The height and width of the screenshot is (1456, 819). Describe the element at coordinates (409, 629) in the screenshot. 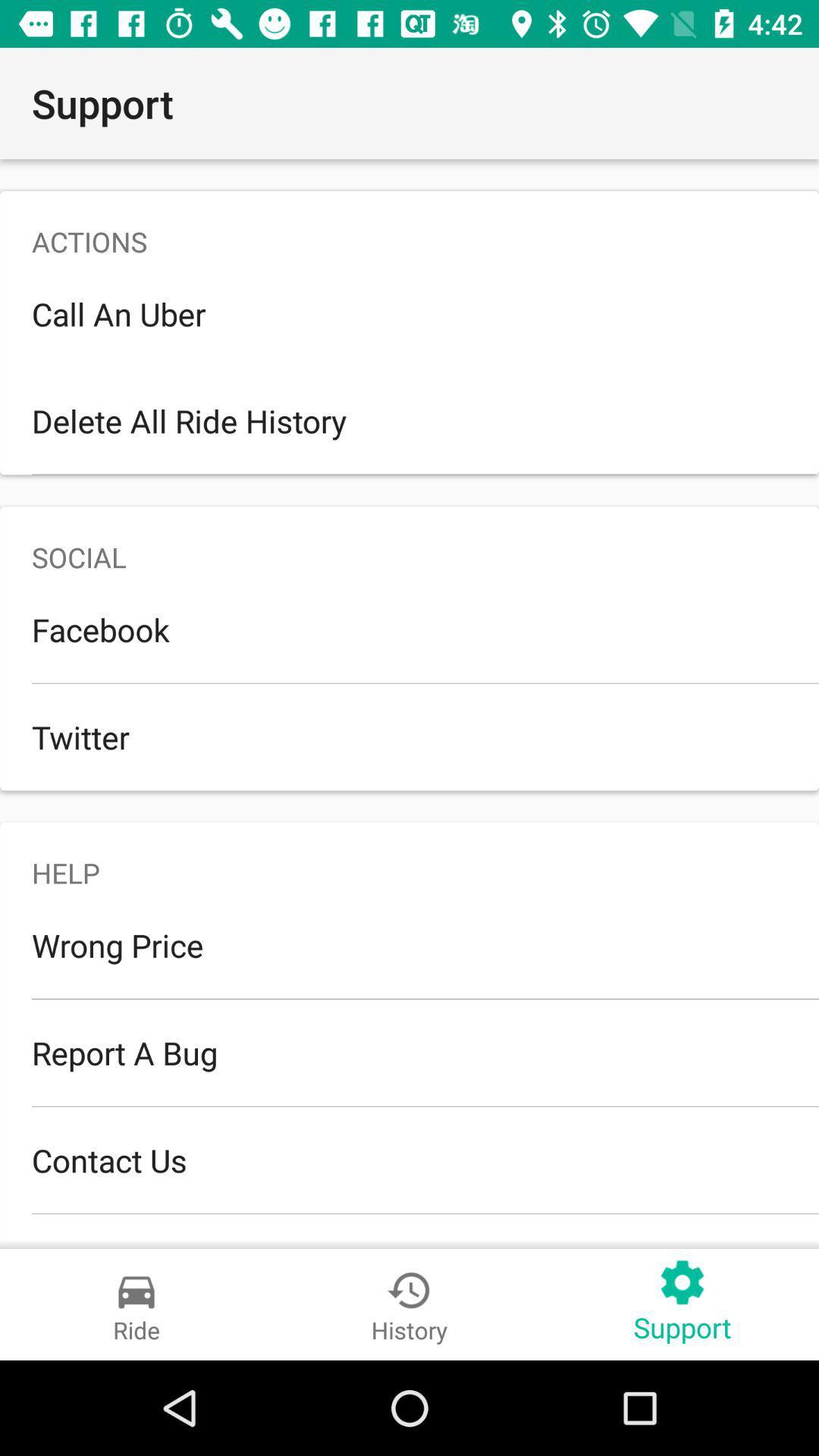

I see `the facebook` at that location.